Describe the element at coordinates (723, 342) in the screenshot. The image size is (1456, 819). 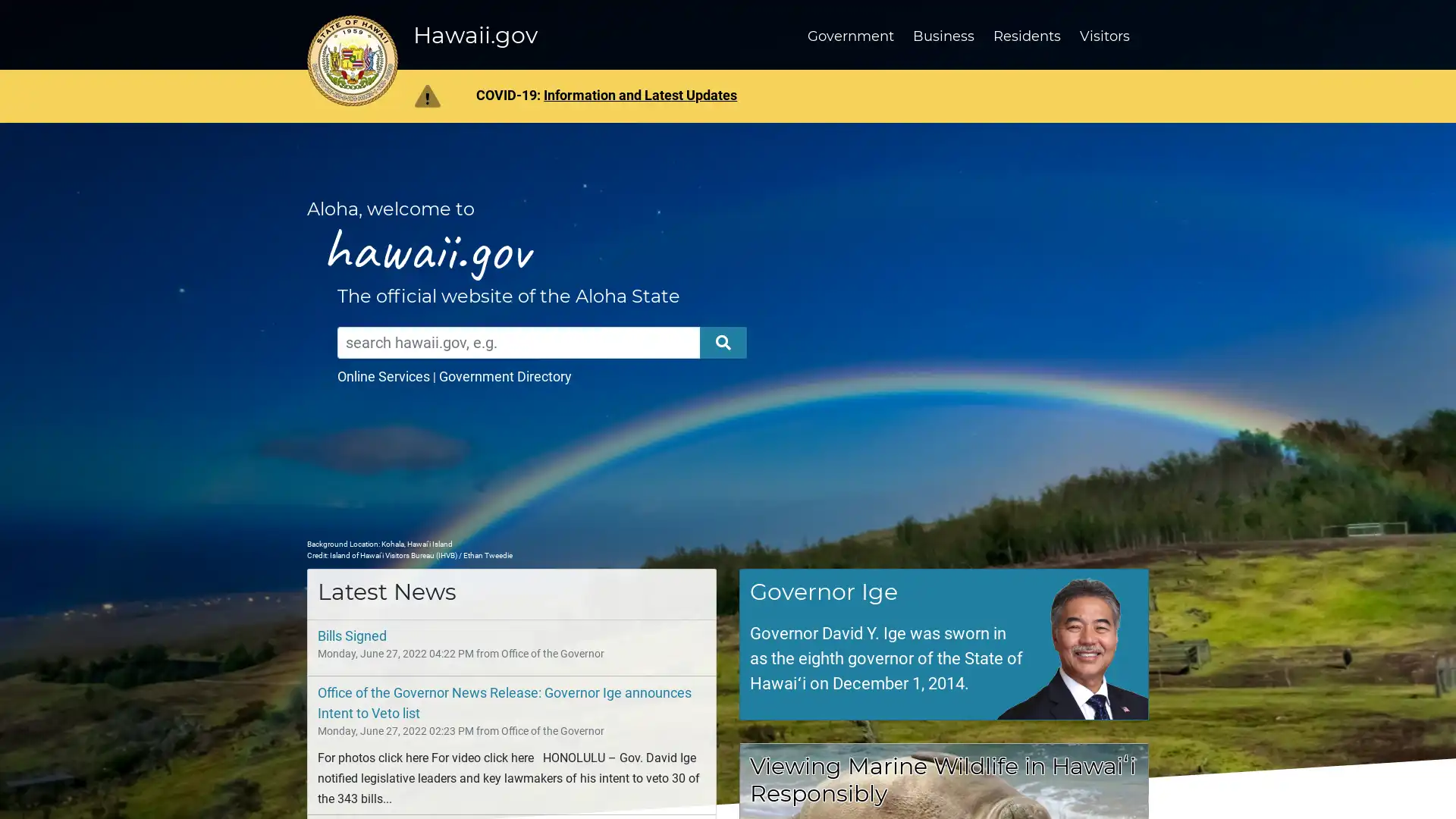
I see `Search` at that location.